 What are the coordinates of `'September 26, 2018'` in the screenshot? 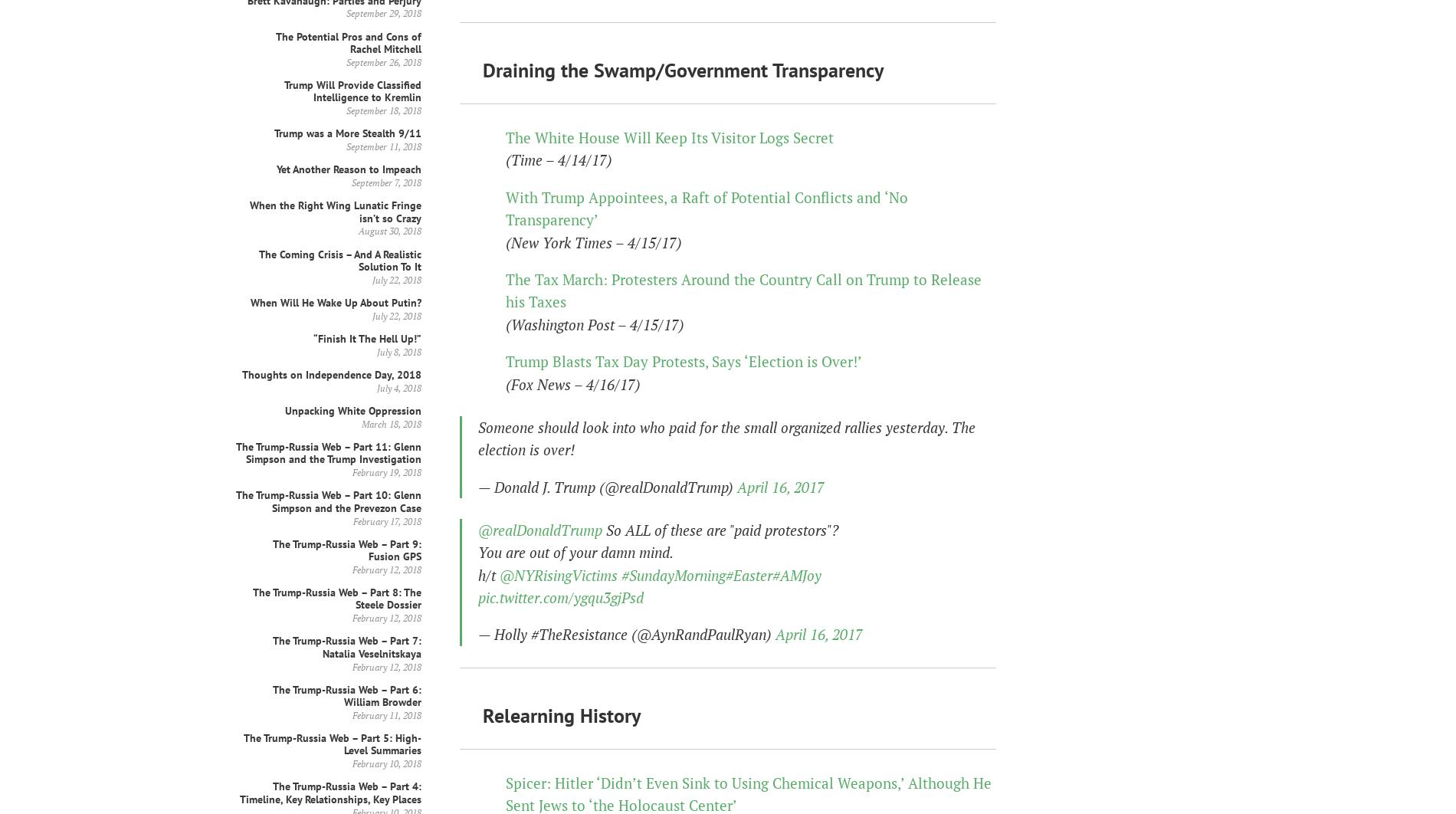 It's located at (384, 61).